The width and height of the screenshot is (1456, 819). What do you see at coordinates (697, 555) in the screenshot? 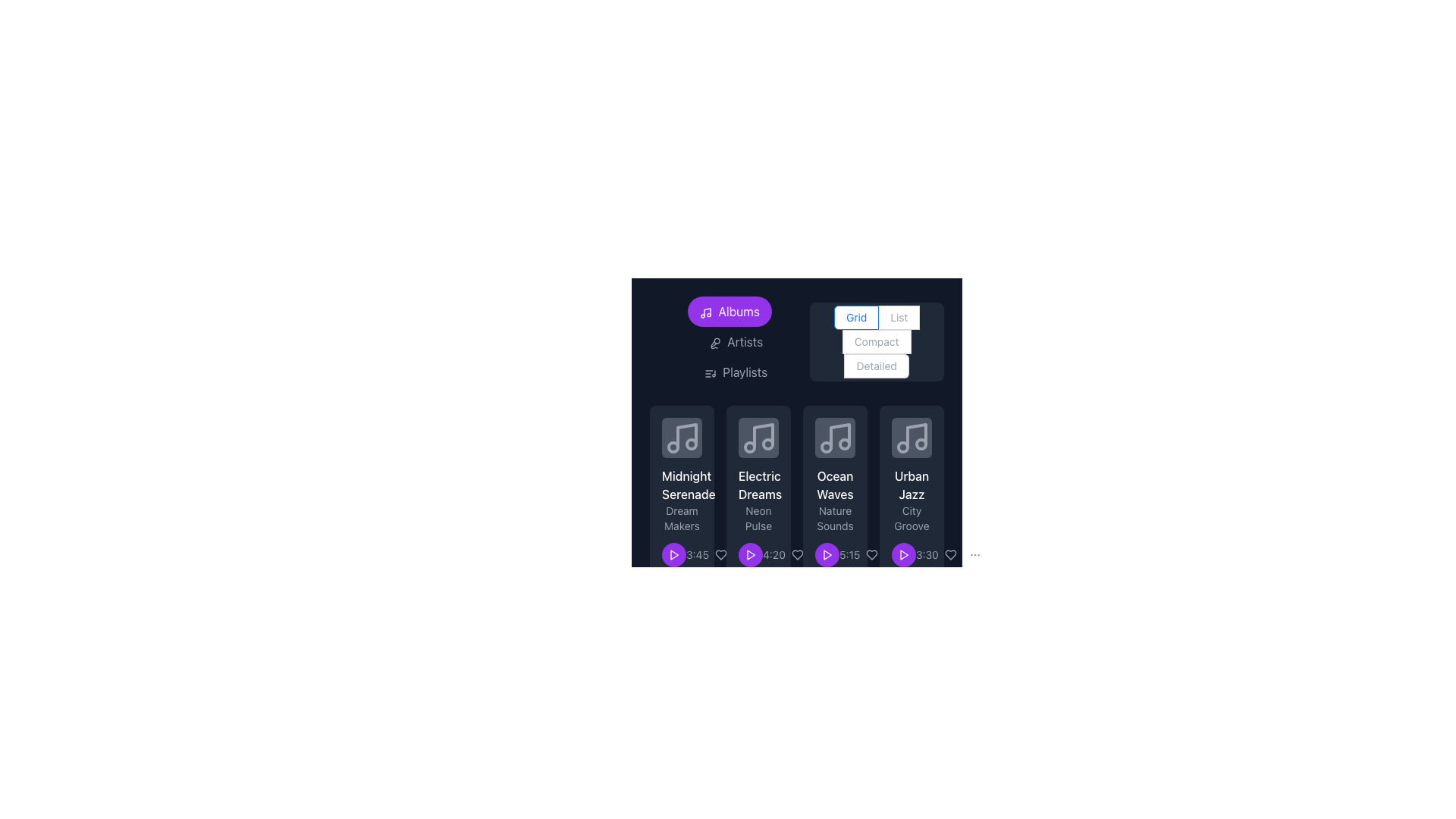
I see `the gray text label displaying '3:45', which is located below the 'Midnight Serenade' album thumbnail, to the right of the play button and to the left of the heart-shaped like button` at bounding box center [697, 555].